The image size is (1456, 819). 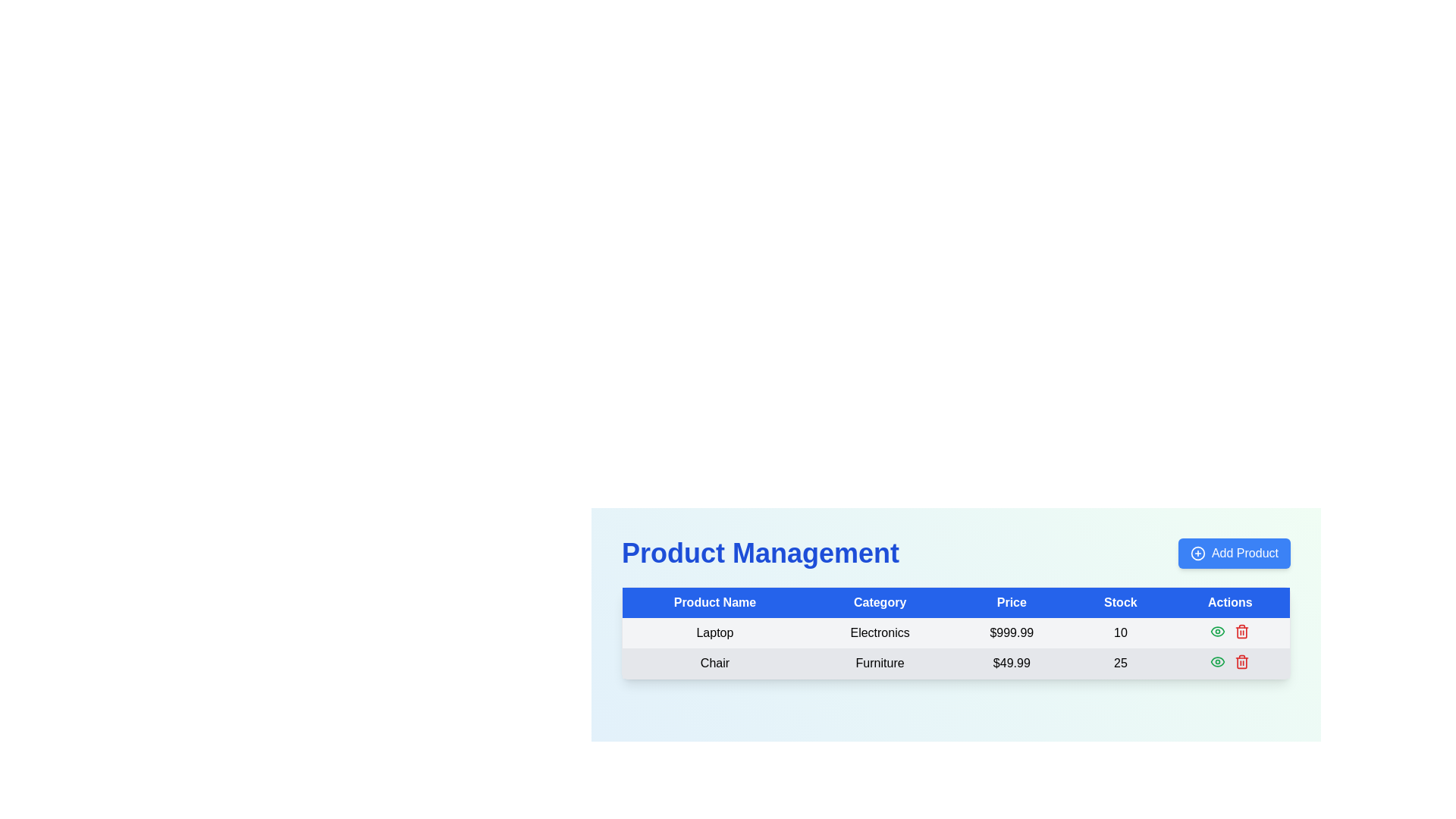 What do you see at coordinates (880, 632) in the screenshot?
I see `the table cell in the second column of the first data row under the 'Category' header in the 'Product Management' table, which contains the category of the listed product` at bounding box center [880, 632].